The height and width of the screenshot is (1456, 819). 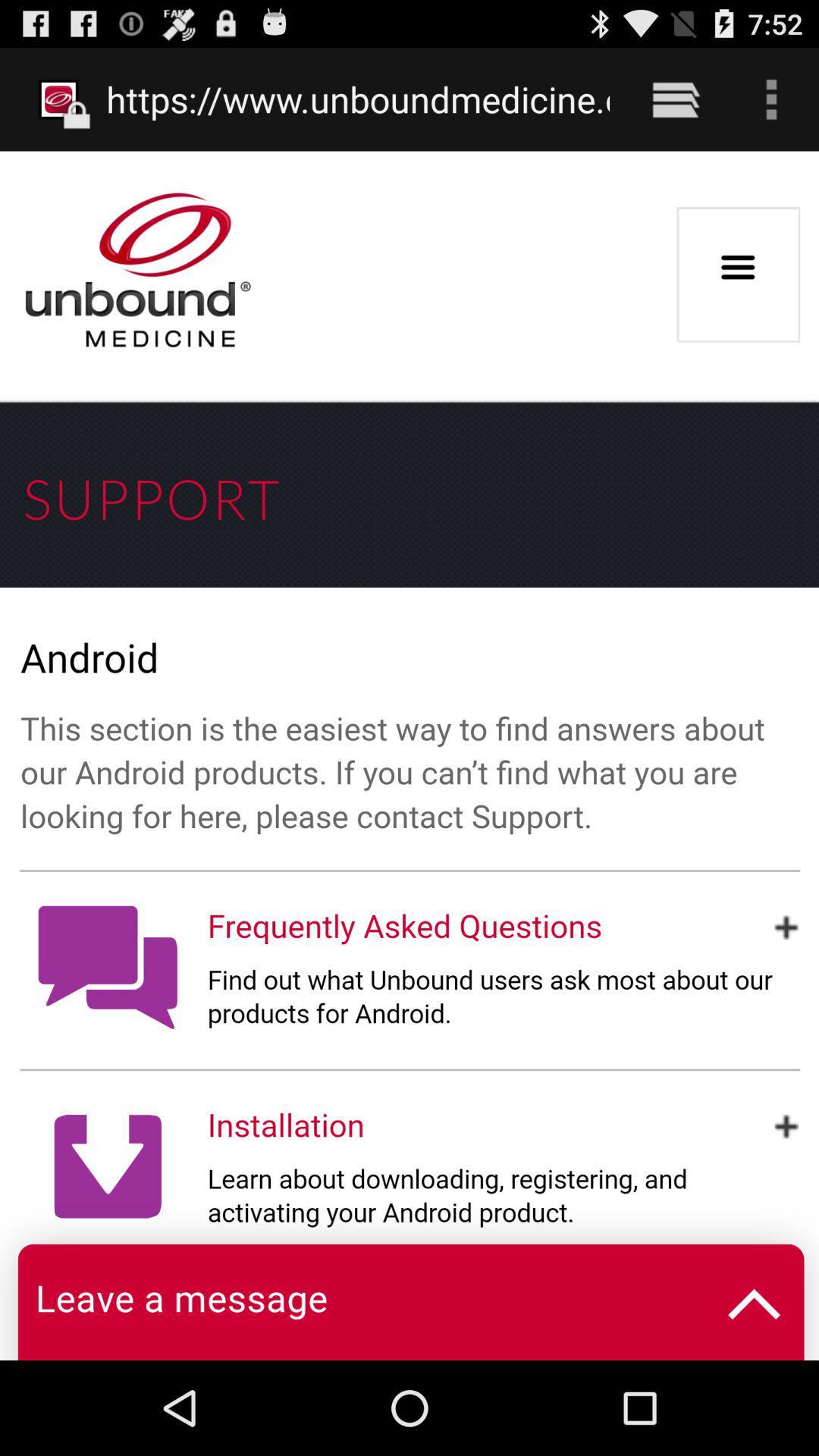 What do you see at coordinates (675, 99) in the screenshot?
I see `icon next to https www unboundmedicine` at bounding box center [675, 99].